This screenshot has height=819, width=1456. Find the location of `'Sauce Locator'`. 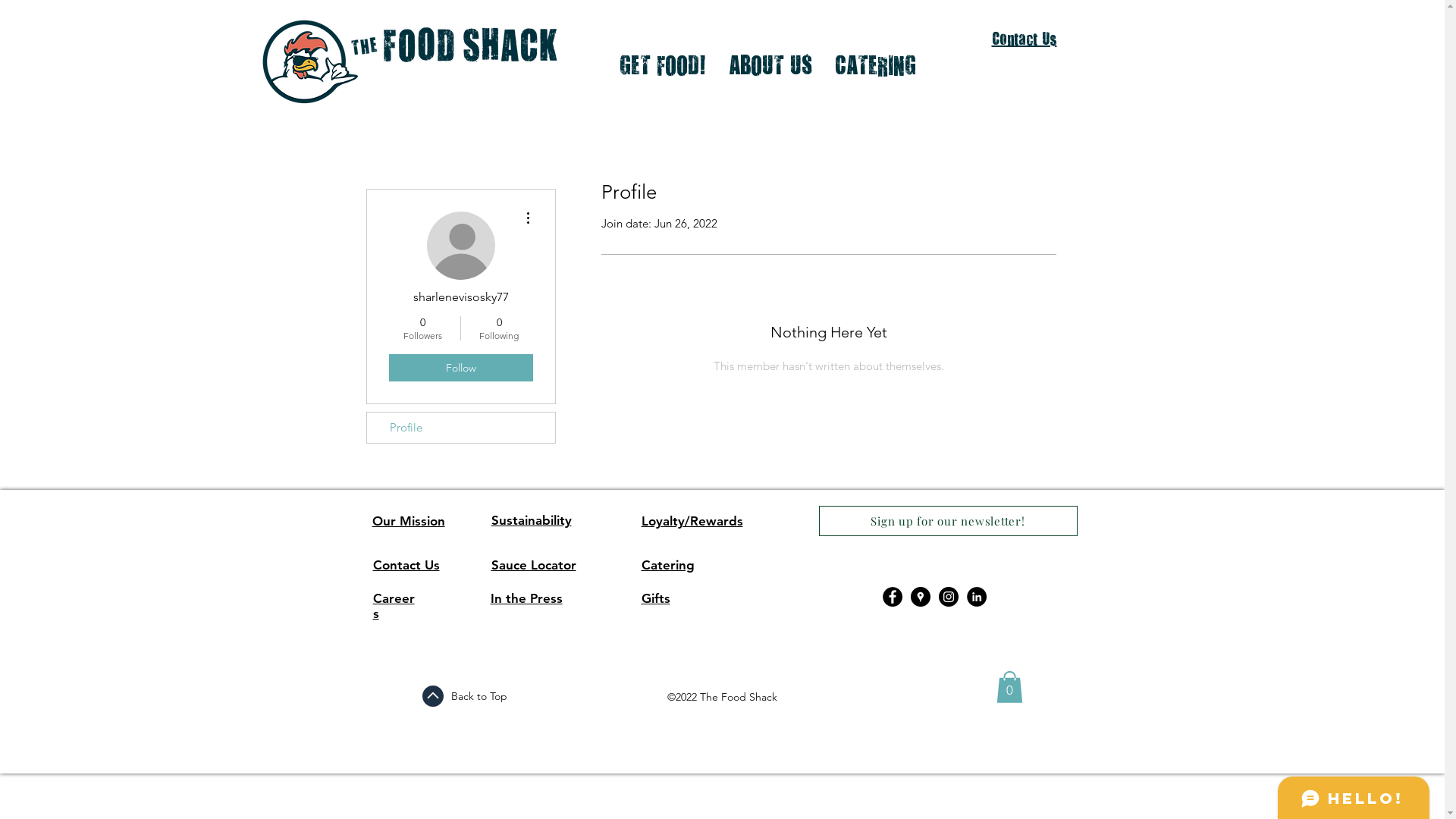

'Sauce Locator' is located at coordinates (534, 564).